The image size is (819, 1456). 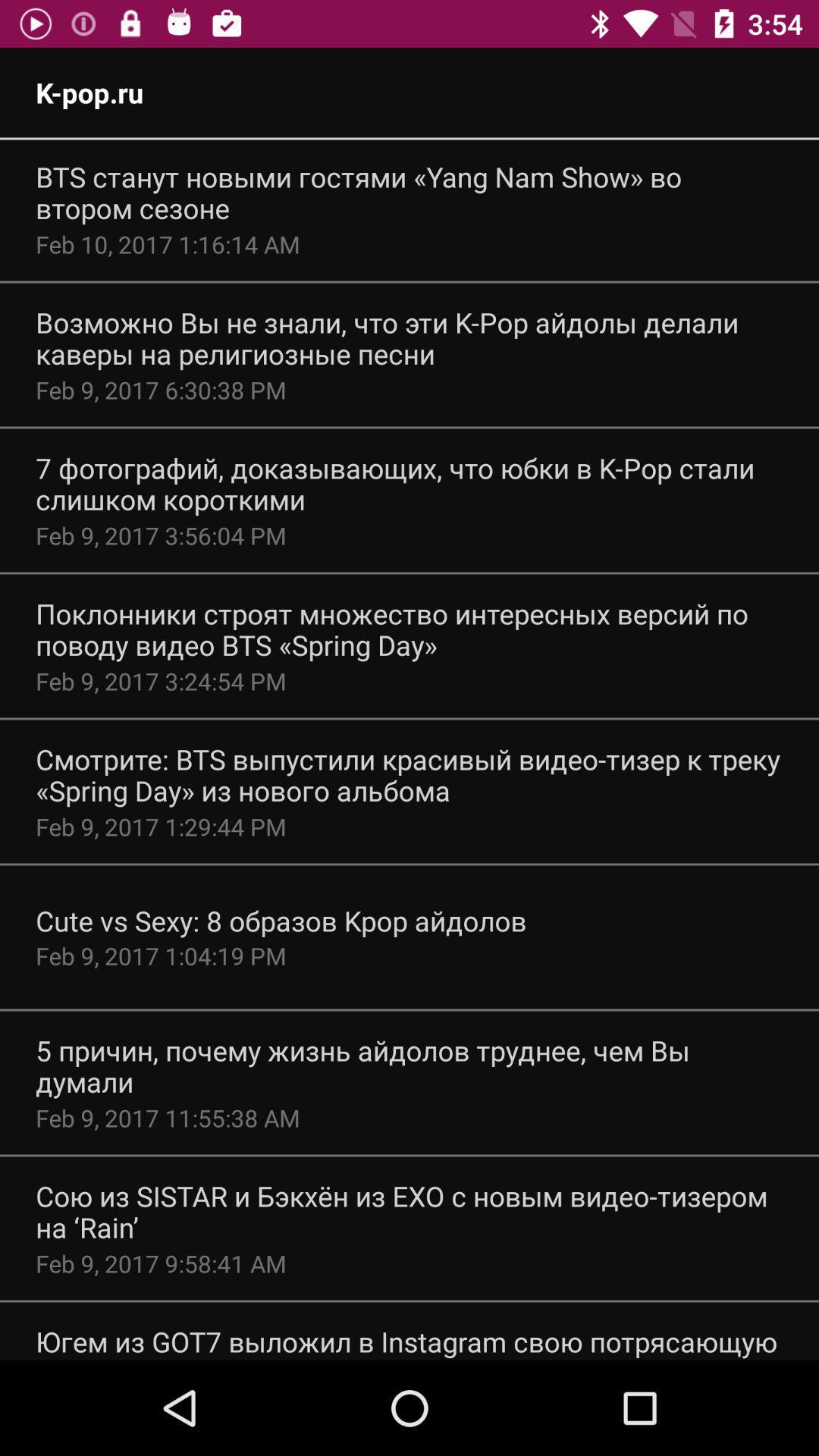 What do you see at coordinates (409, 192) in the screenshot?
I see `the app above feb 10 2017 item` at bounding box center [409, 192].